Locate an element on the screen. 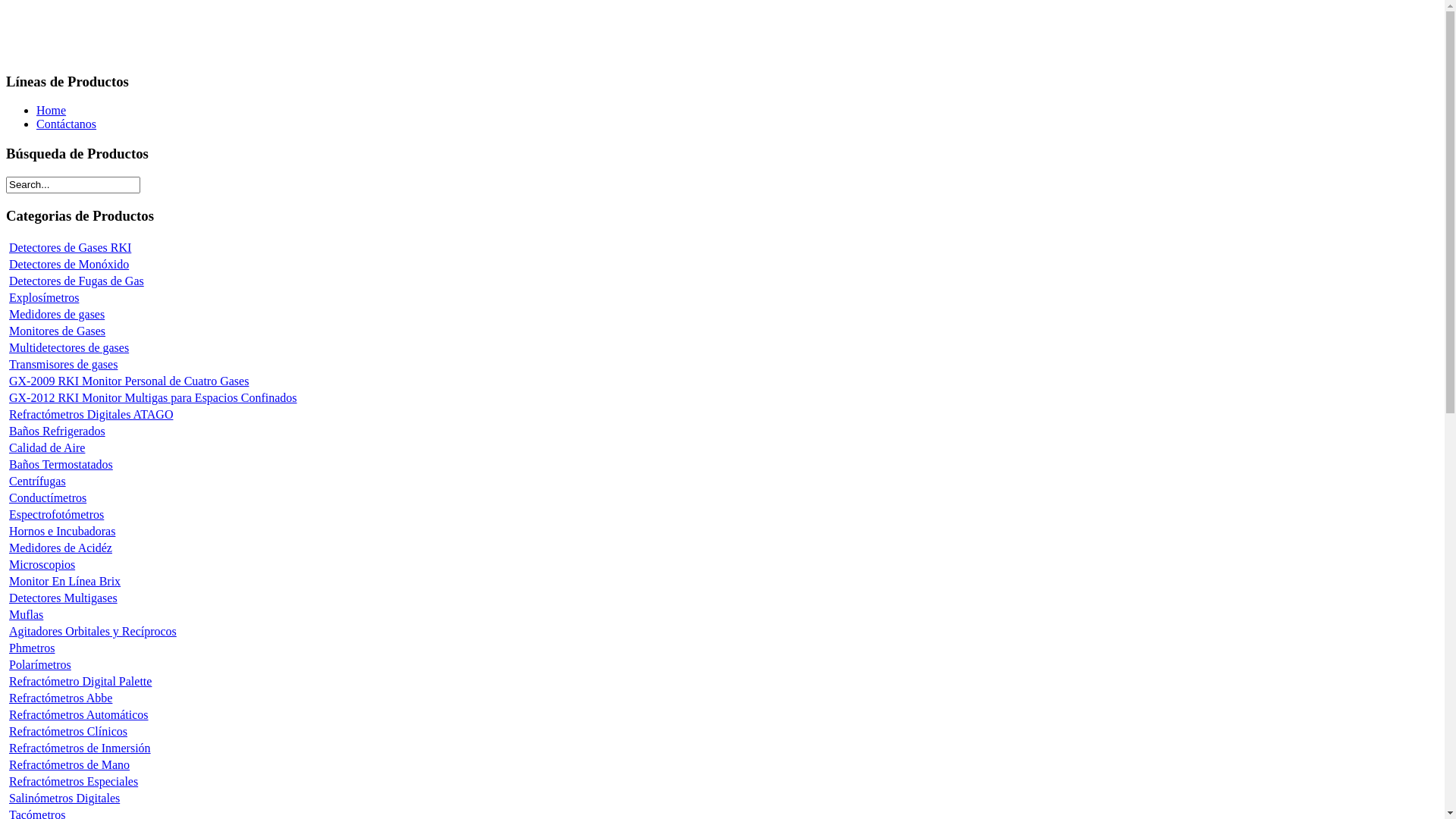 Image resolution: width=1456 pixels, height=819 pixels. 'Phmetros' is located at coordinates (32, 648).